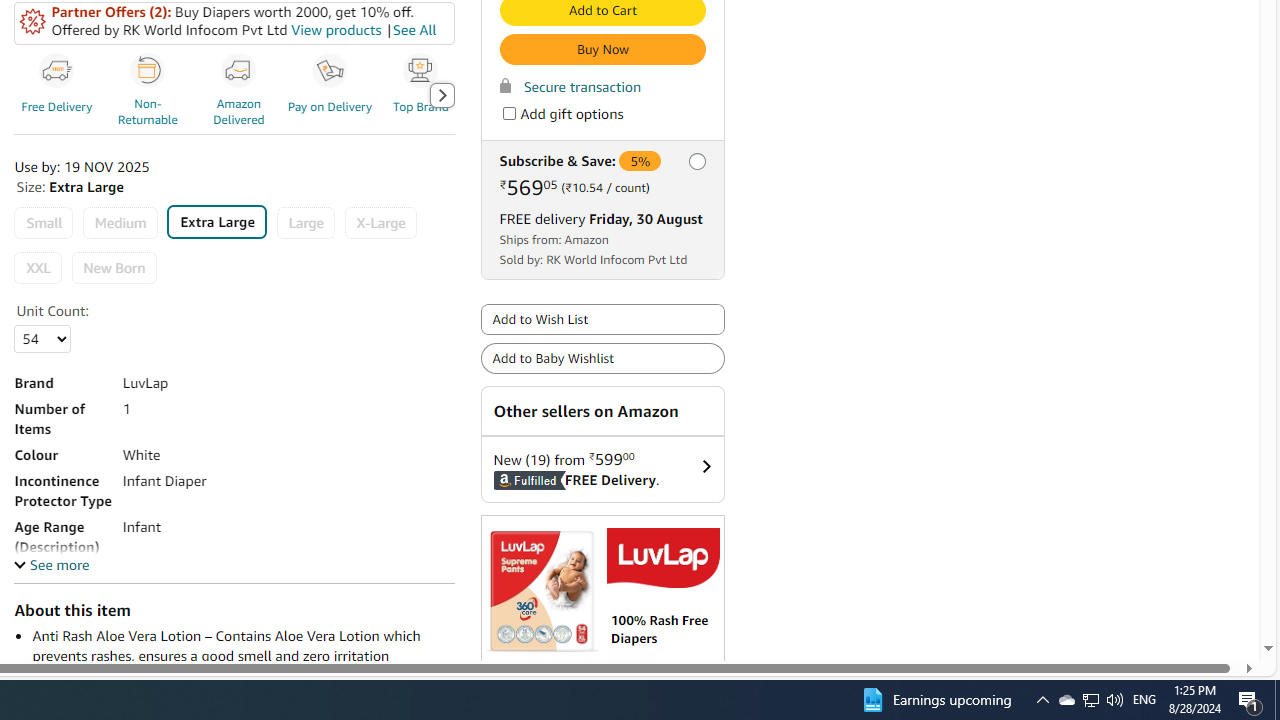  Describe the element at coordinates (504, 480) in the screenshot. I see `'Fulfilled'` at that location.